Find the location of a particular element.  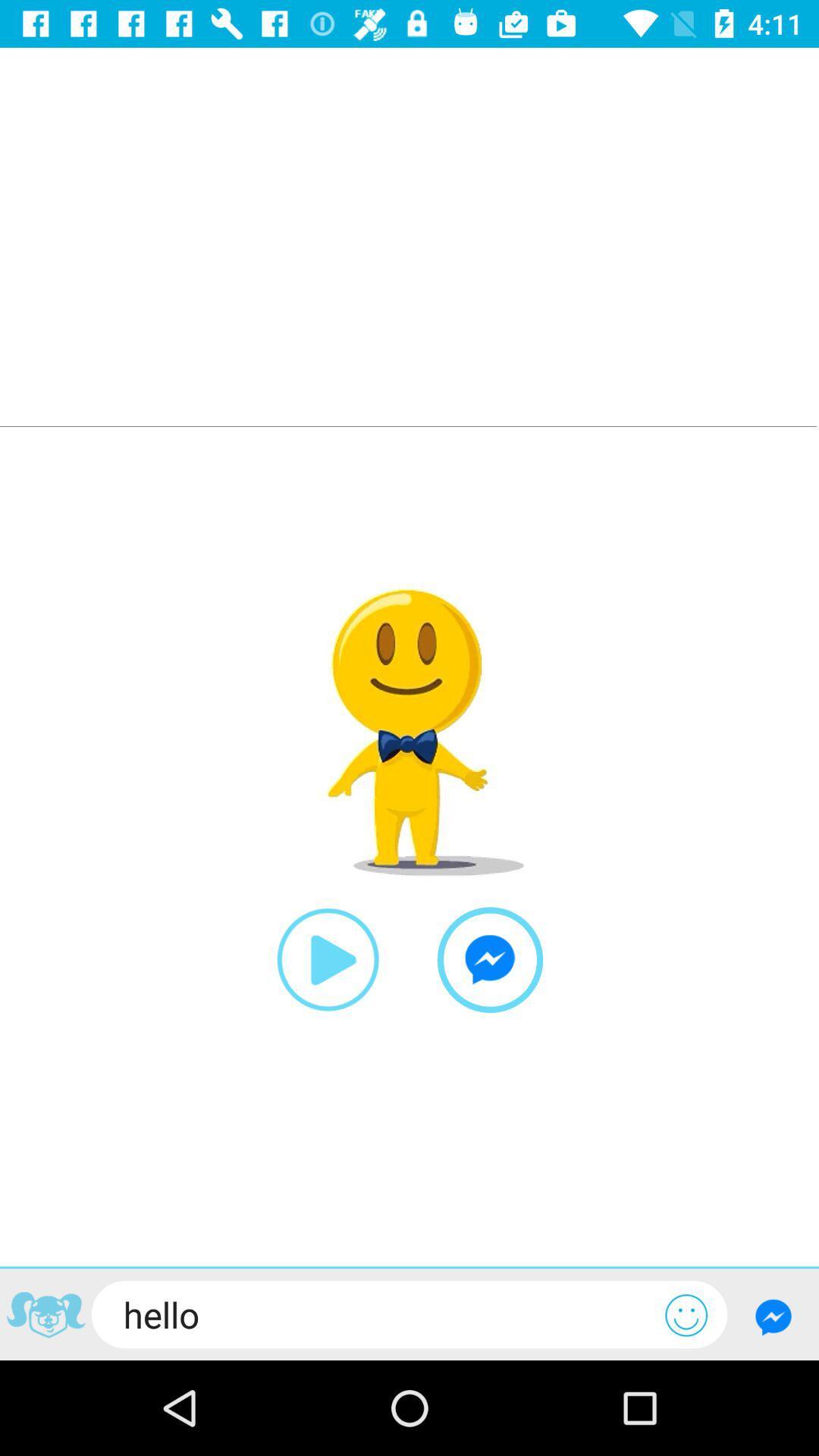

the chat icon is located at coordinates (490, 959).